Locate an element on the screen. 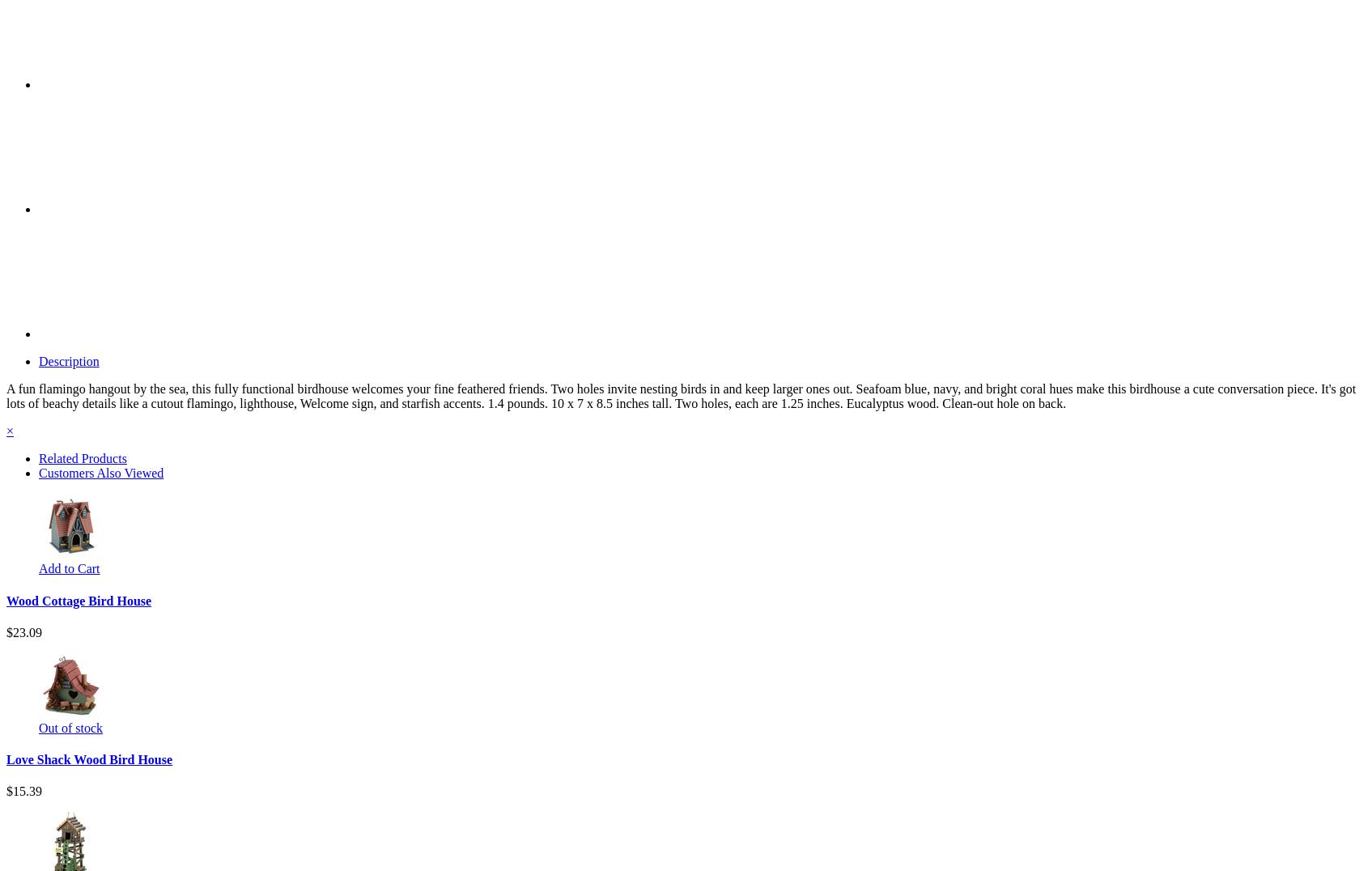 Image resolution: width=1372 pixels, height=871 pixels. 'Description' is located at coordinates (67, 361).